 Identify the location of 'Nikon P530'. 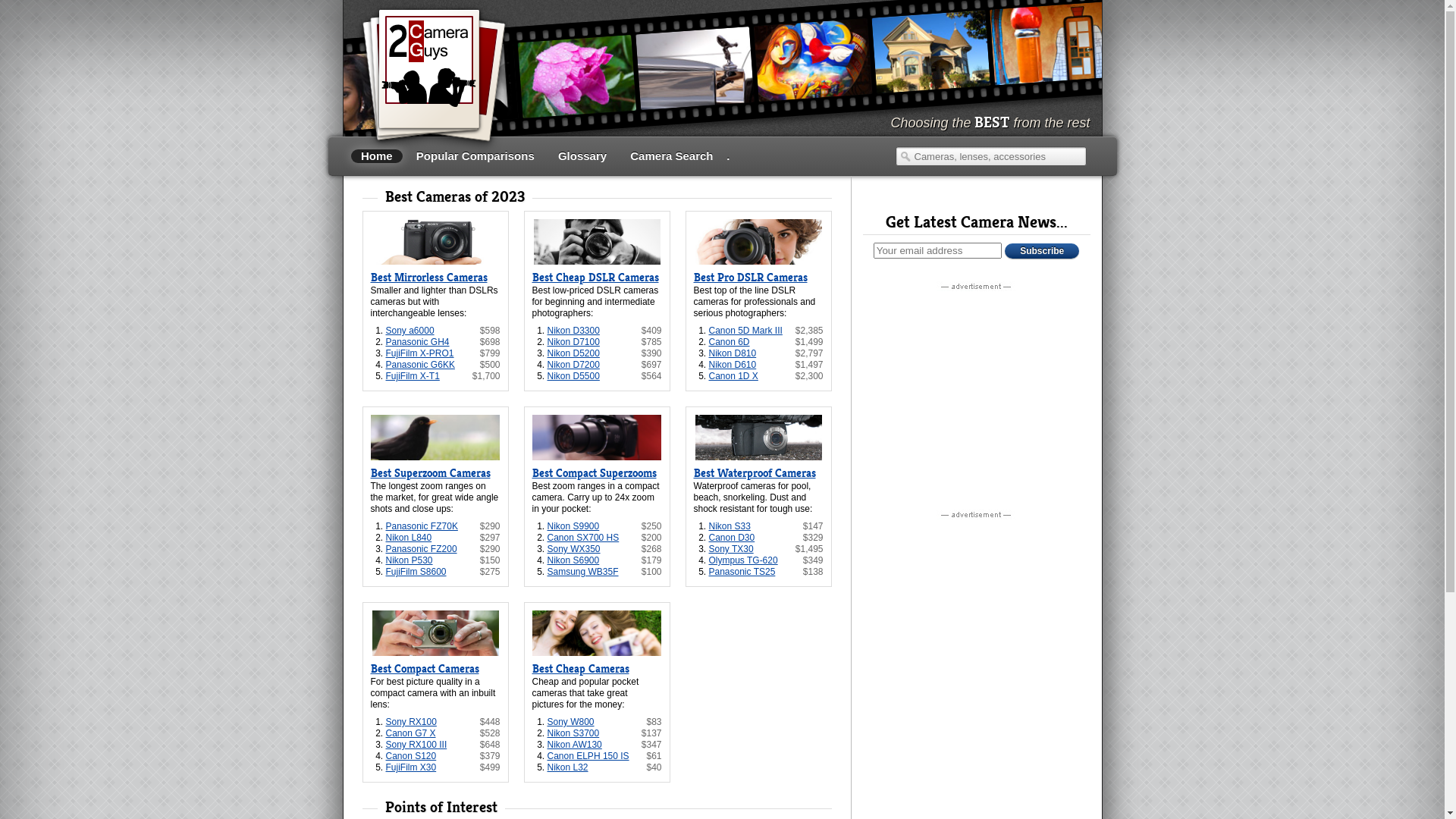
(385, 560).